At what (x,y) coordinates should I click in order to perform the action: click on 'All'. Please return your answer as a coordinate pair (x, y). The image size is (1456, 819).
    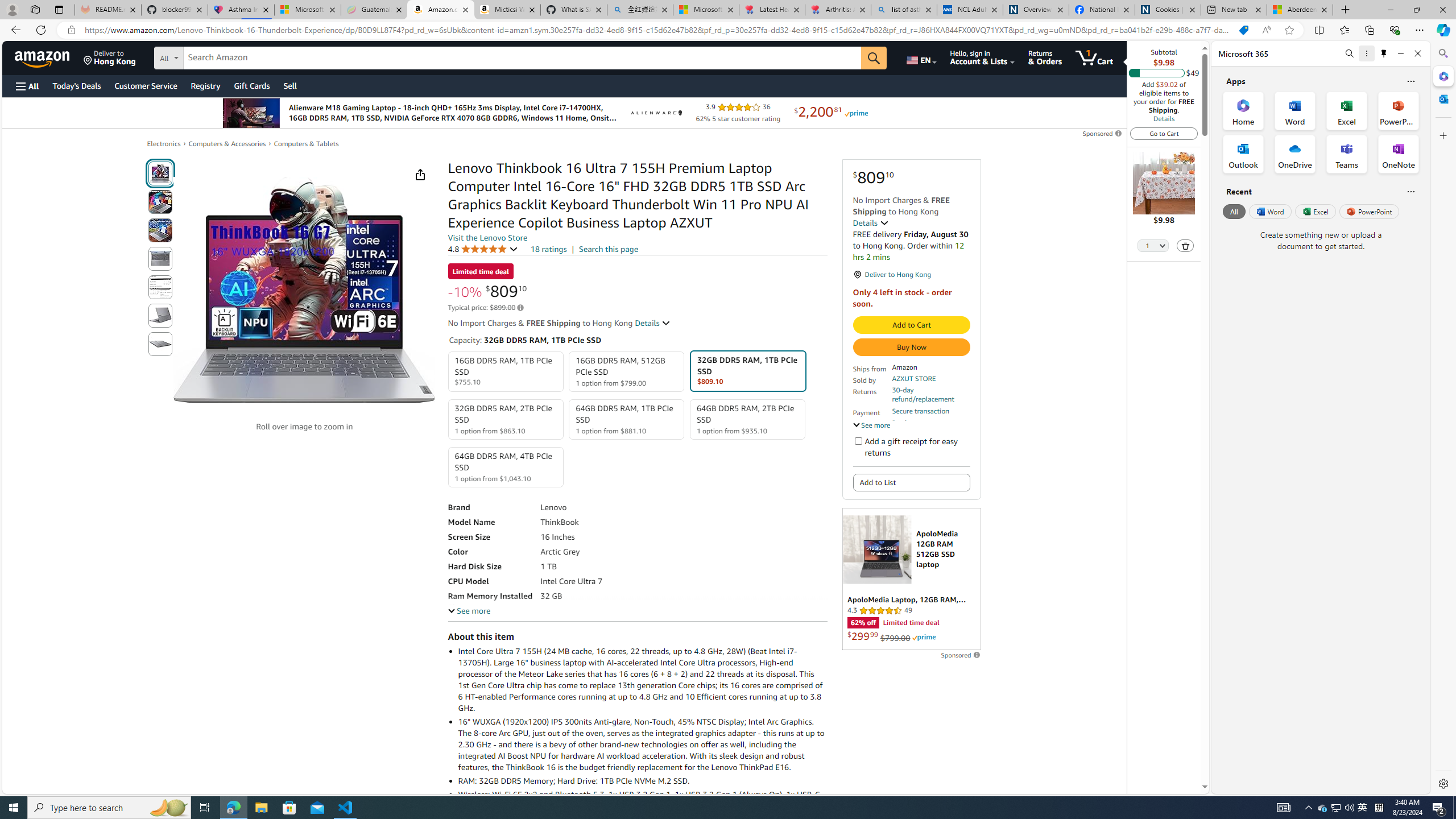
    Looking at the image, I should click on (1233, 211).